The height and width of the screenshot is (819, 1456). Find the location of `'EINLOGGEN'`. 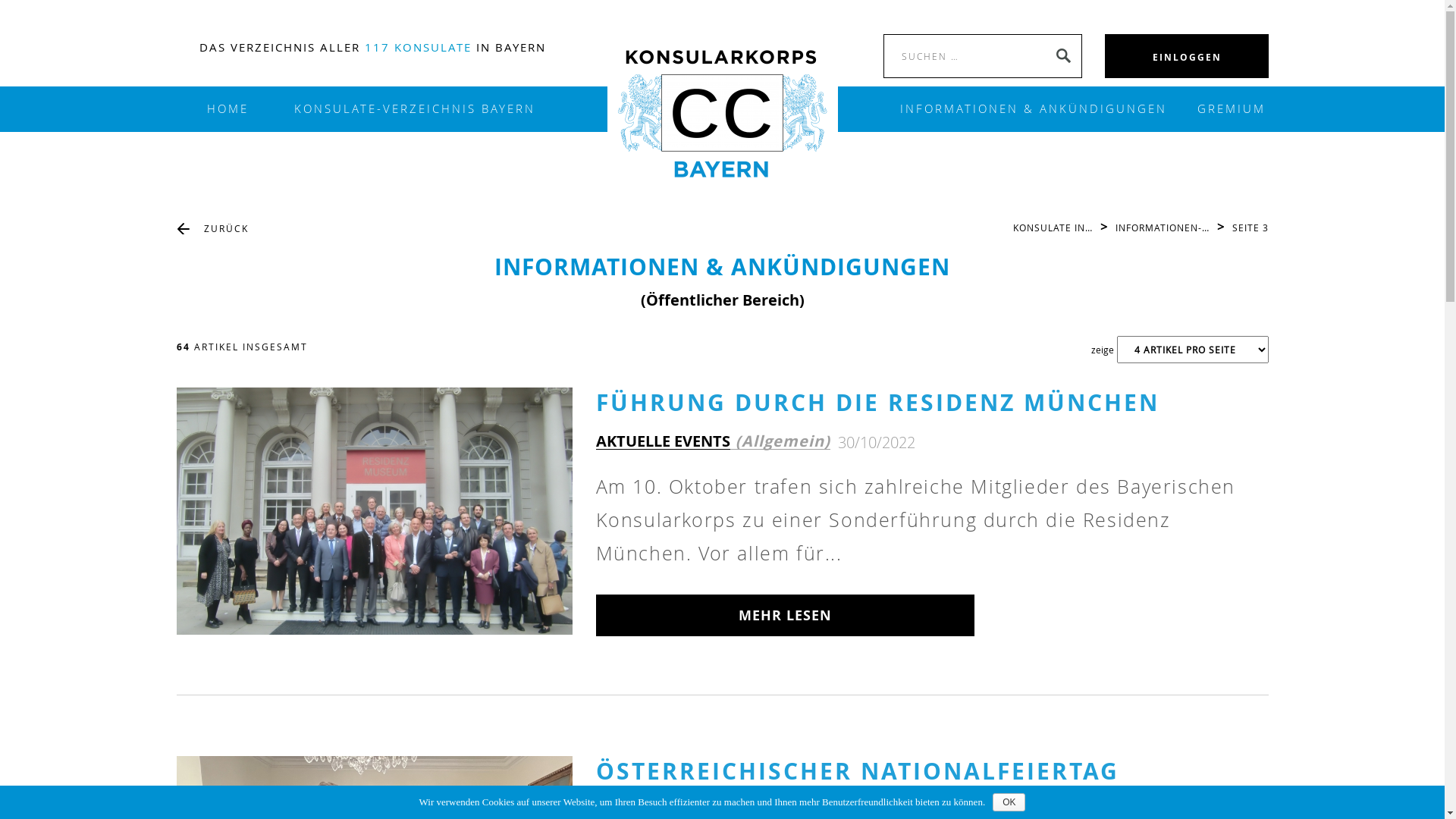

'EINLOGGEN' is located at coordinates (1153, 56).